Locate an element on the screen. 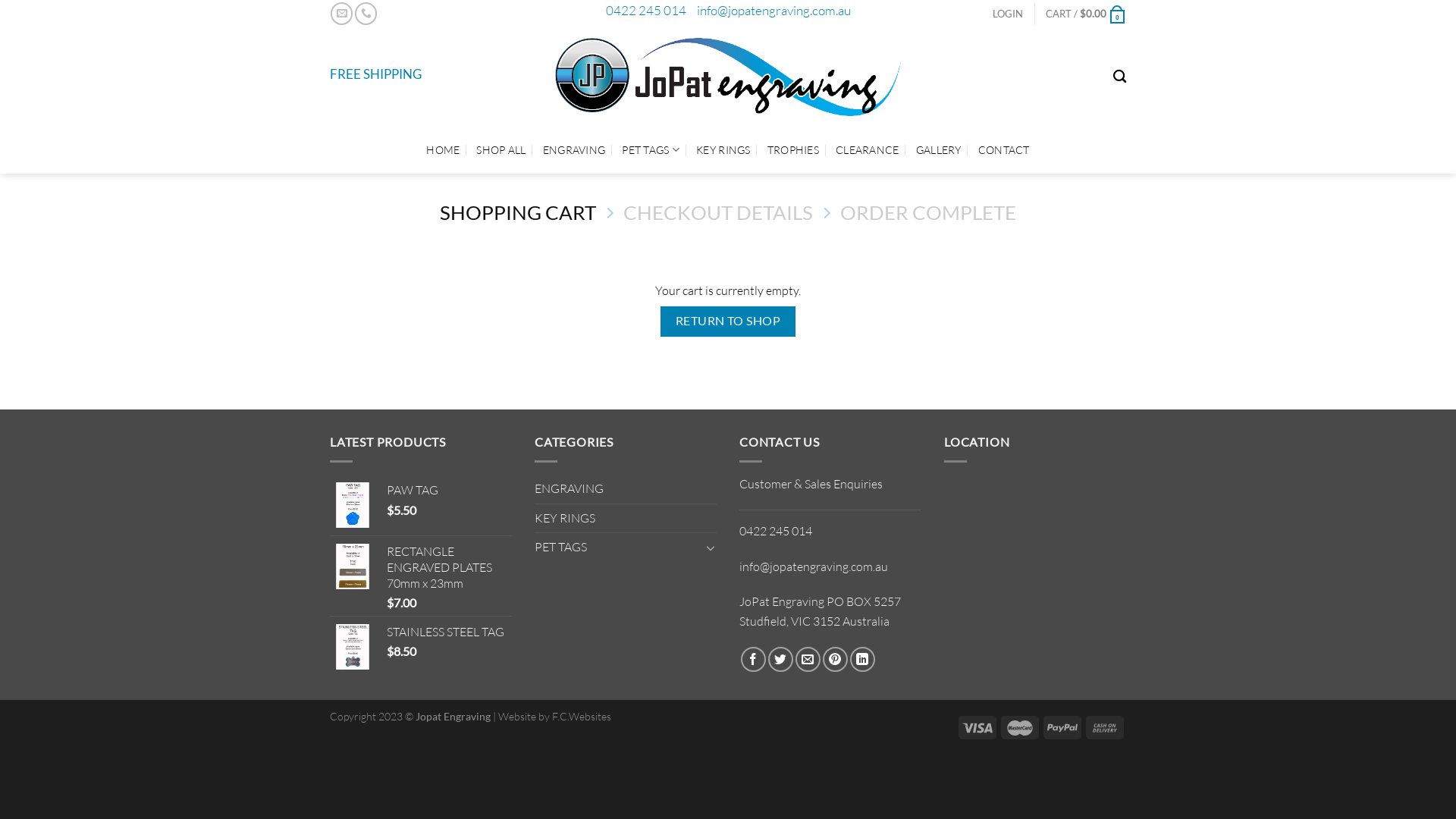 The image size is (1456, 819). '0422 245 014' is located at coordinates (645, 10).